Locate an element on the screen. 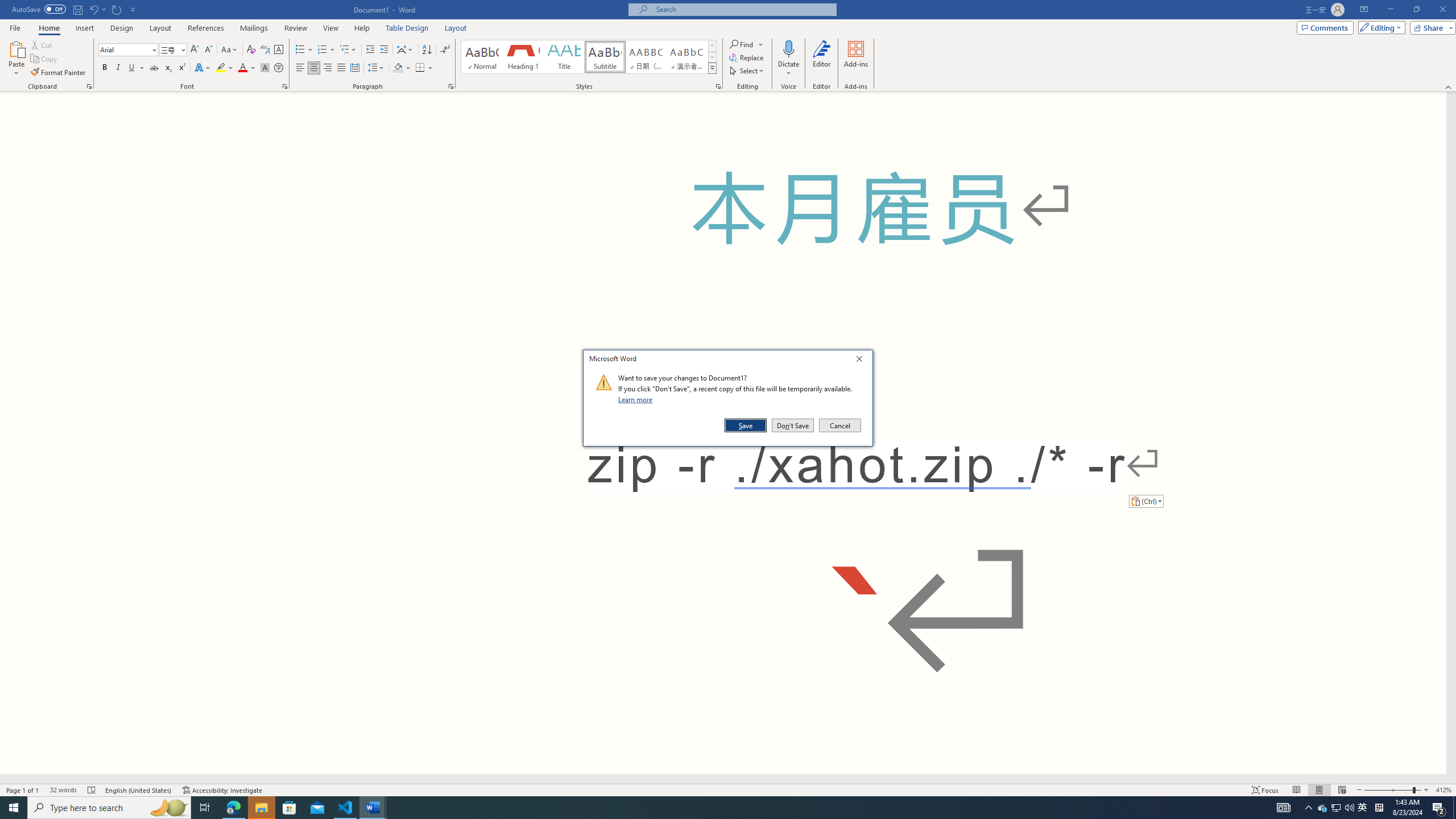  'Enclose Characters...' is located at coordinates (278, 67).